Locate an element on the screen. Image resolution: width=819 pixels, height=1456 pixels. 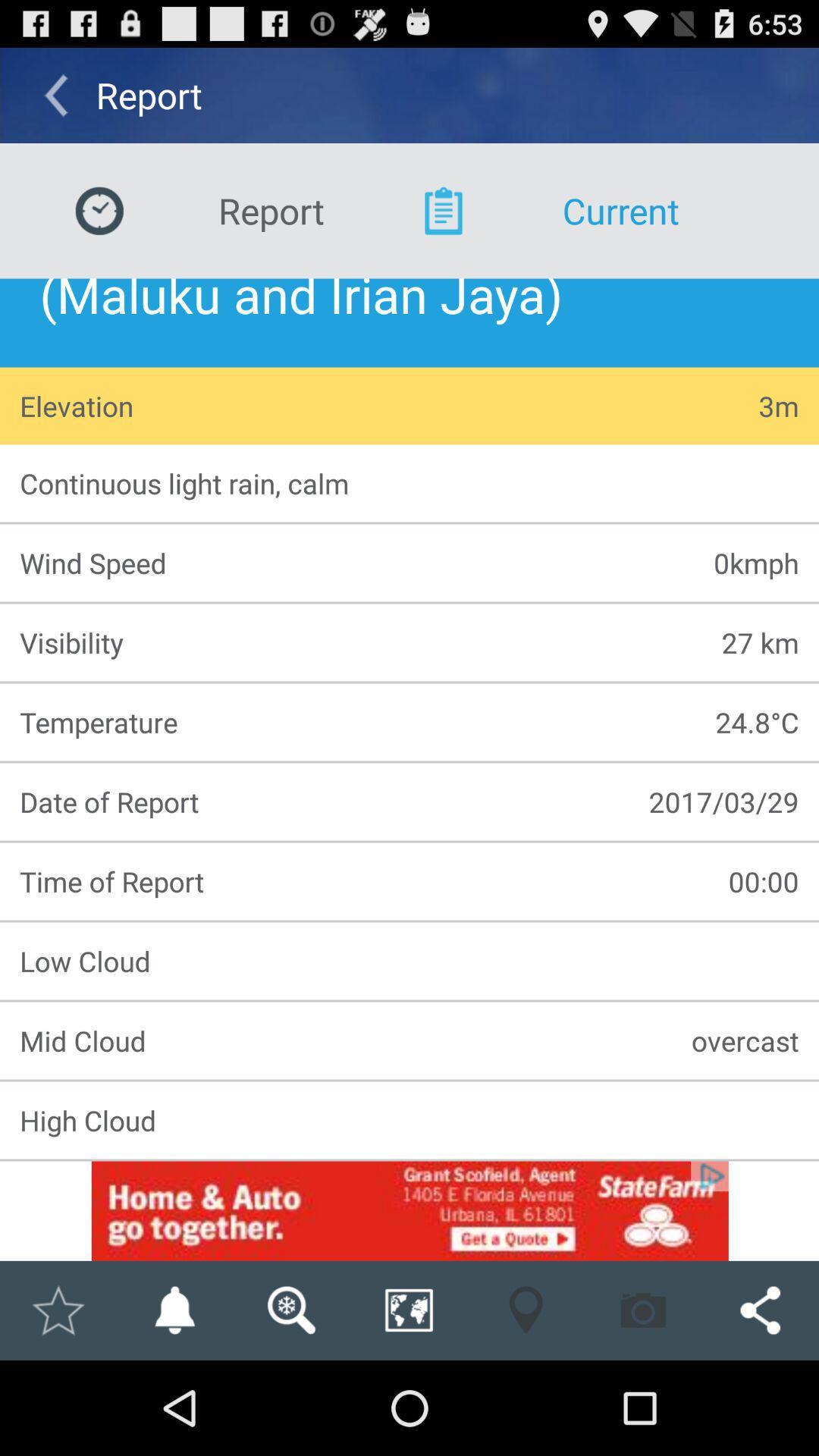
notification option is located at coordinates (174, 1310).